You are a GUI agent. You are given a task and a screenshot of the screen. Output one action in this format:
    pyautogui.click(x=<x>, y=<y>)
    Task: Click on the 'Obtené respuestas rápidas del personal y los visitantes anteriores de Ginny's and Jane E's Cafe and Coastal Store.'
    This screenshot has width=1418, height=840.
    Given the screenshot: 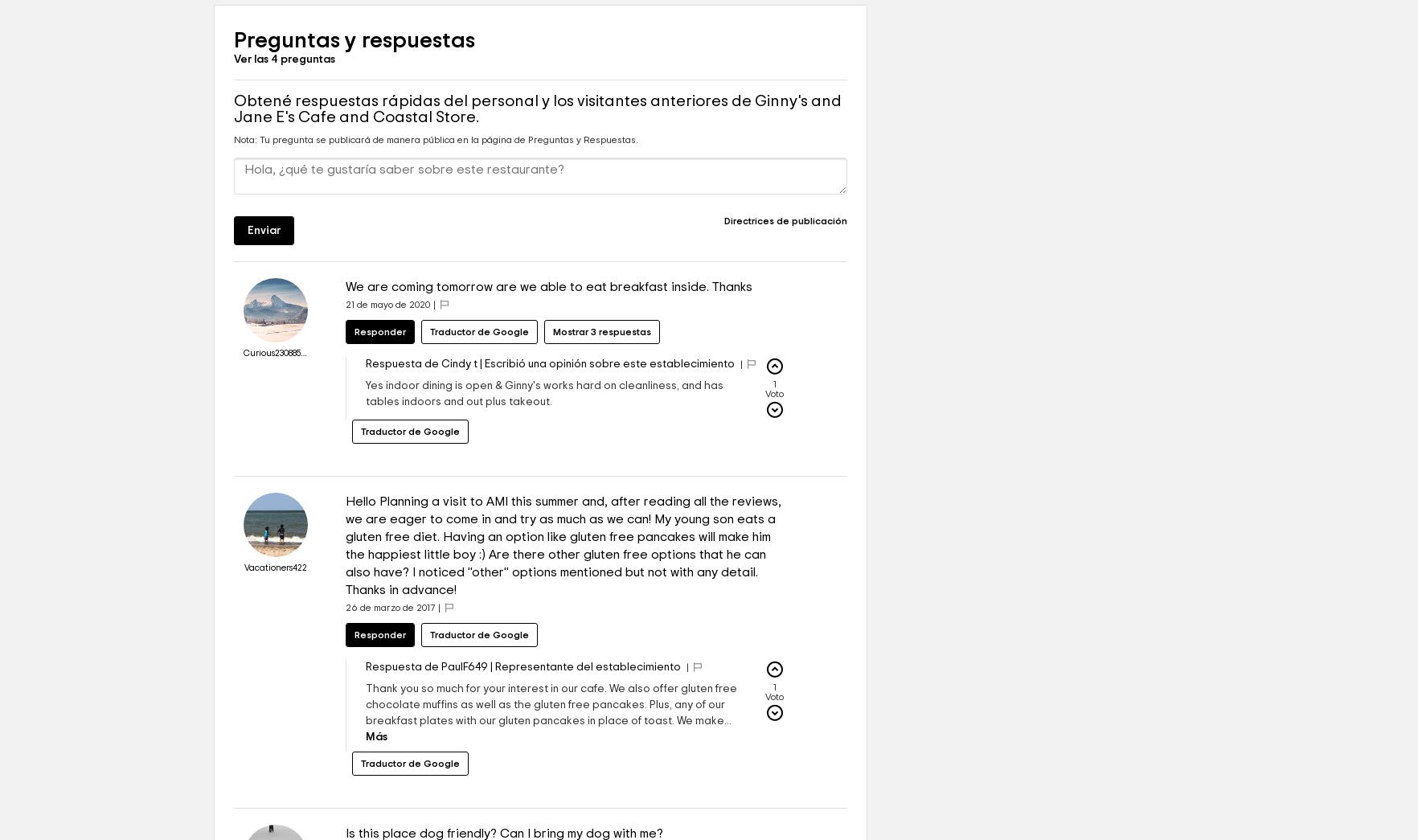 What is the action you would take?
    pyautogui.click(x=538, y=158)
    